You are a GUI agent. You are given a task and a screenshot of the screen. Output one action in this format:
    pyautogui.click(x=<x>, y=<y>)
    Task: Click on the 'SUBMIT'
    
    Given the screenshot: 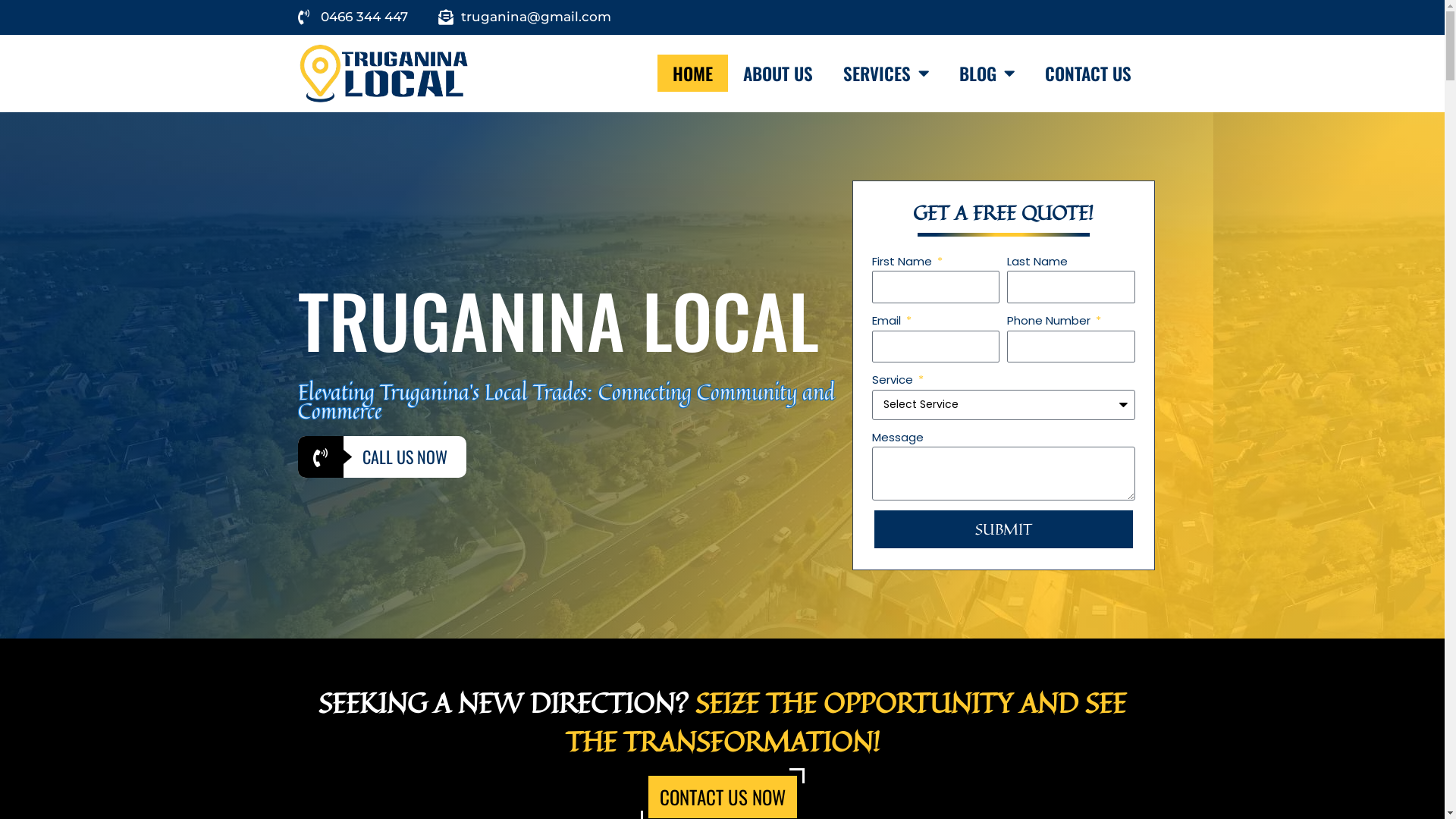 What is the action you would take?
    pyautogui.click(x=1003, y=529)
    